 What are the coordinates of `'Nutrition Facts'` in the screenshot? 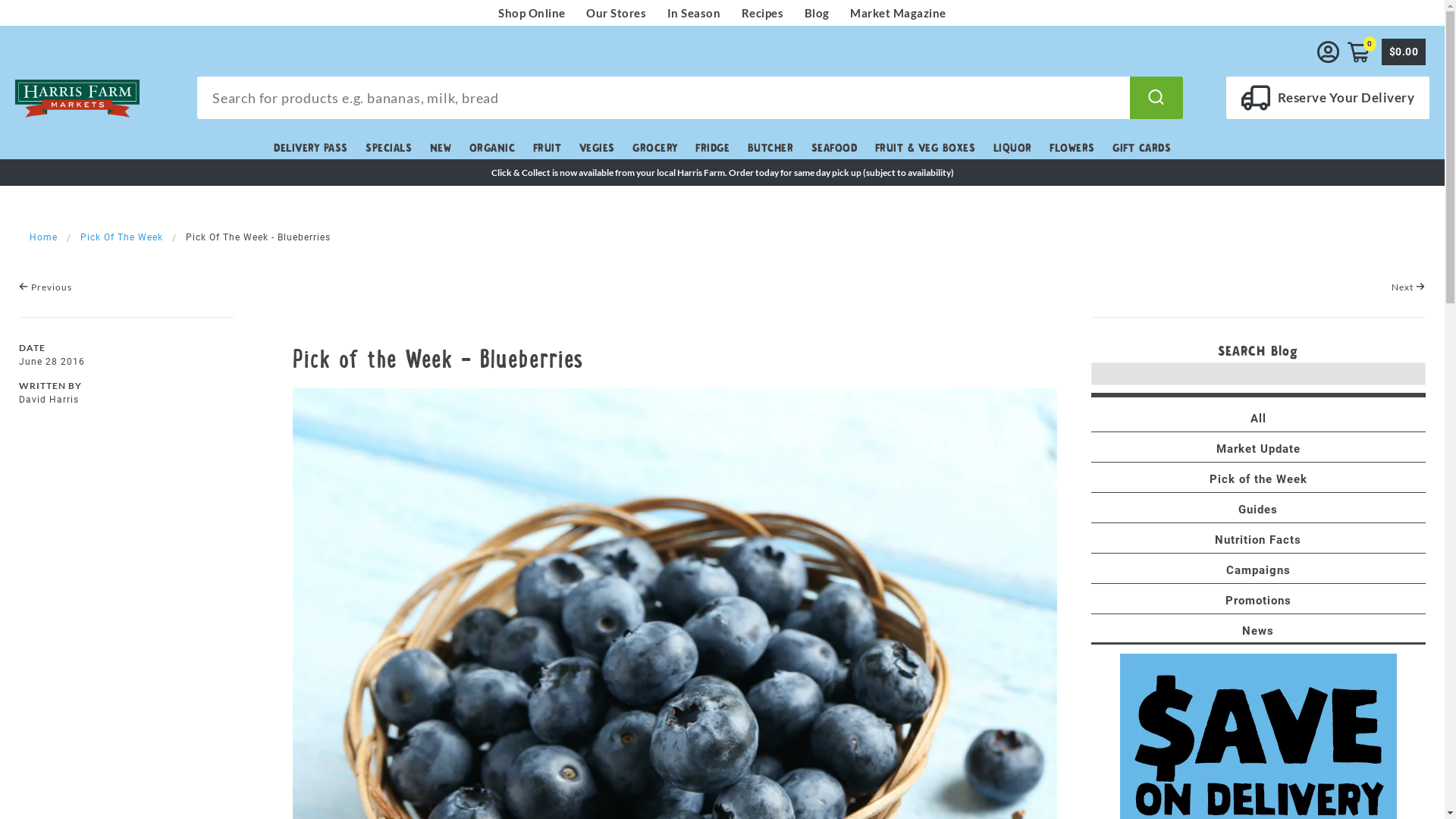 It's located at (1258, 539).